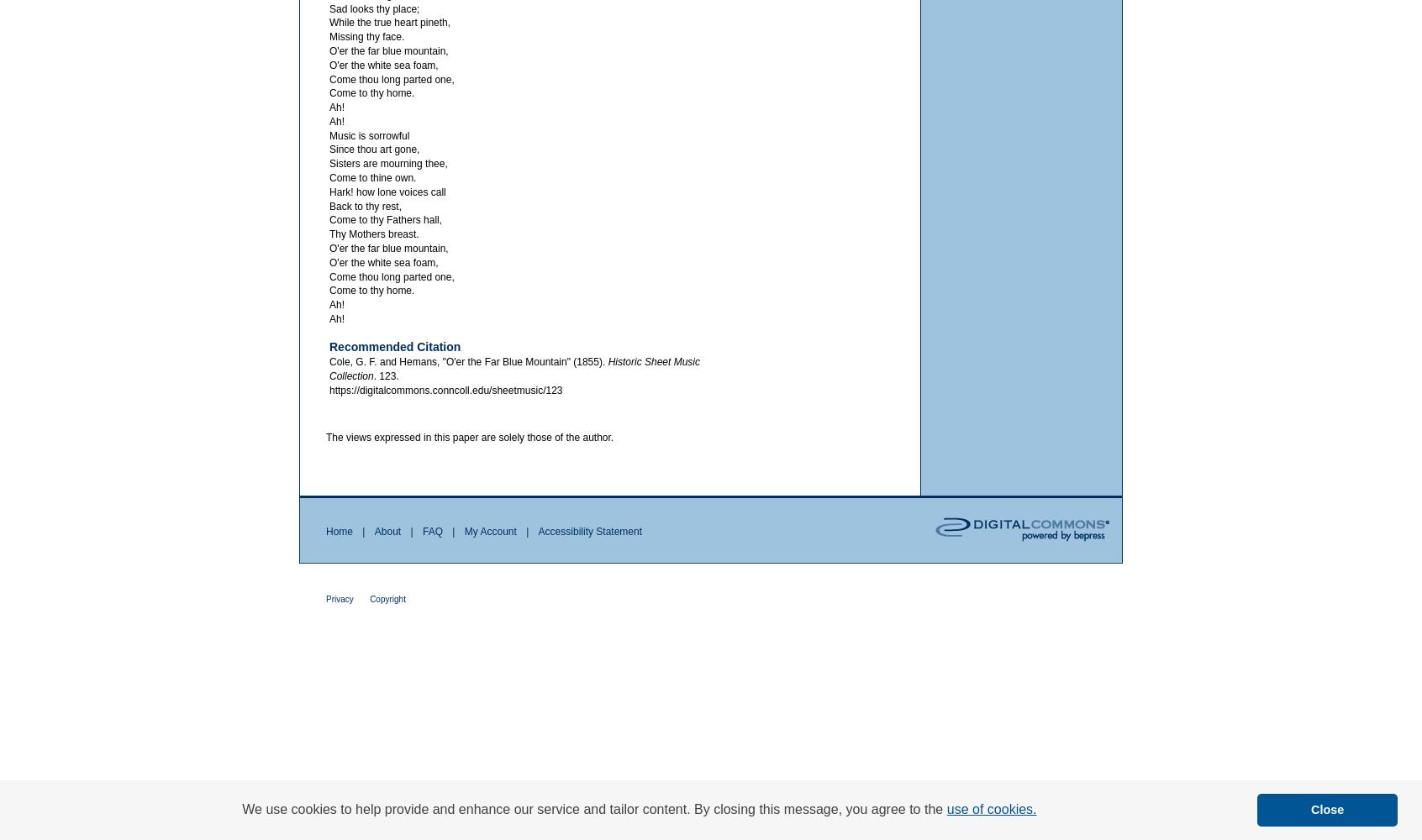 The width and height of the screenshot is (1422, 840). What do you see at coordinates (388, 23) in the screenshot?
I see `'While the true heart pineth,'` at bounding box center [388, 23].